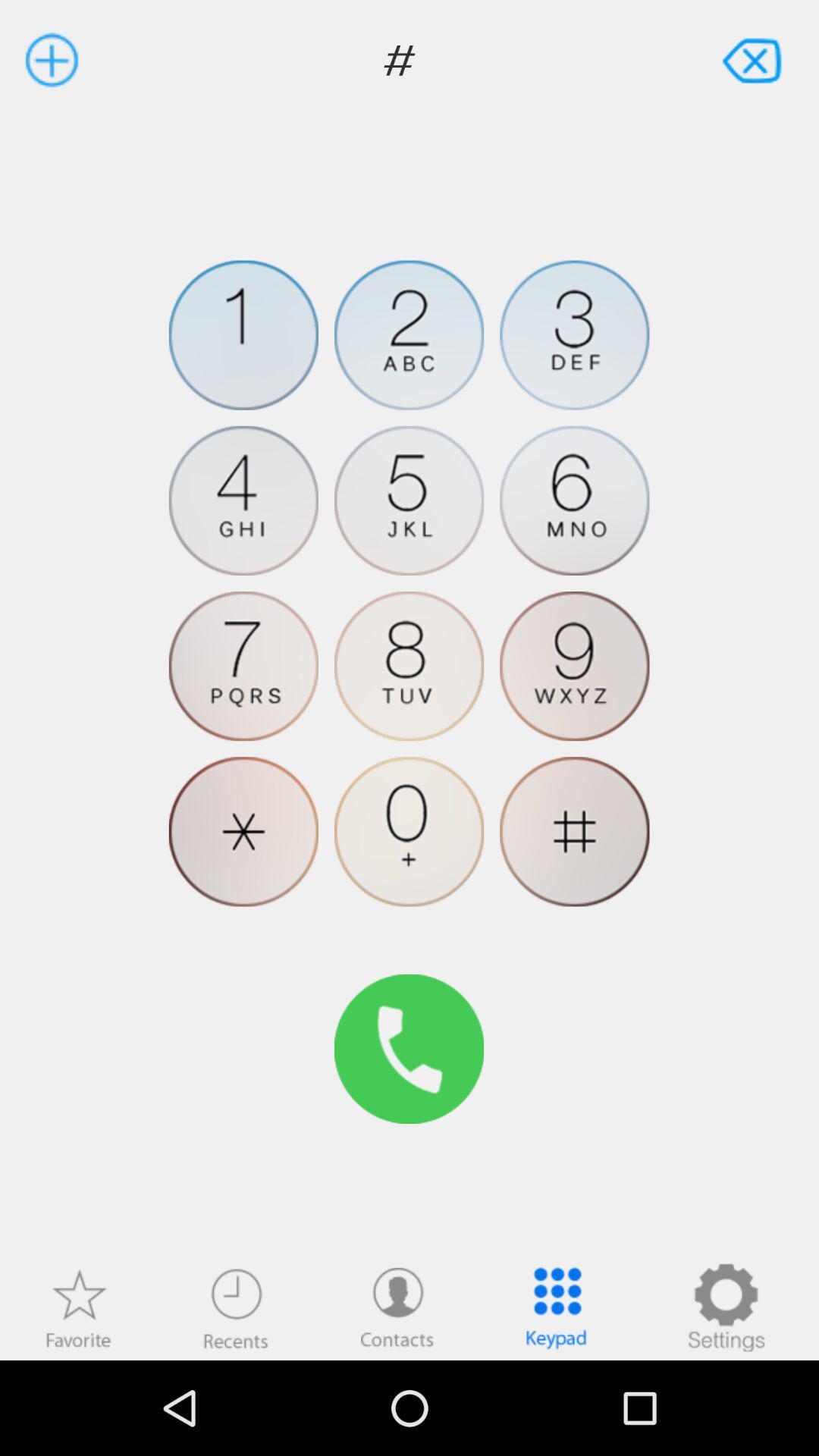 Image resolution: width=819 pixels, height=1456 pixels. What do you see at coordinates (556, 1307) in the screenshot?
I see `show keypad` at bounding box center [556, 1307].